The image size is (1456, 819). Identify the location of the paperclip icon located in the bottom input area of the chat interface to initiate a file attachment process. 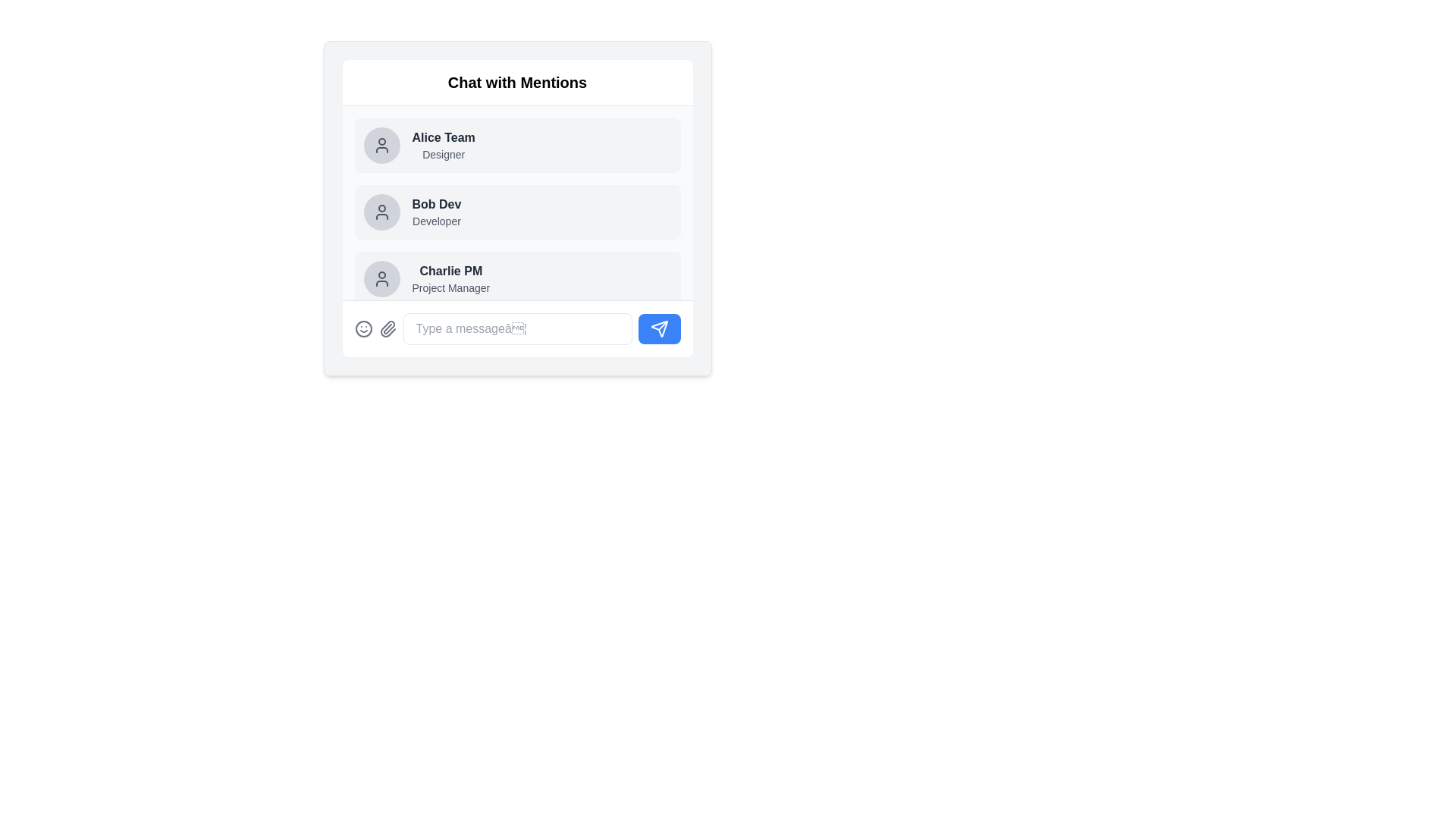
(387, 328).